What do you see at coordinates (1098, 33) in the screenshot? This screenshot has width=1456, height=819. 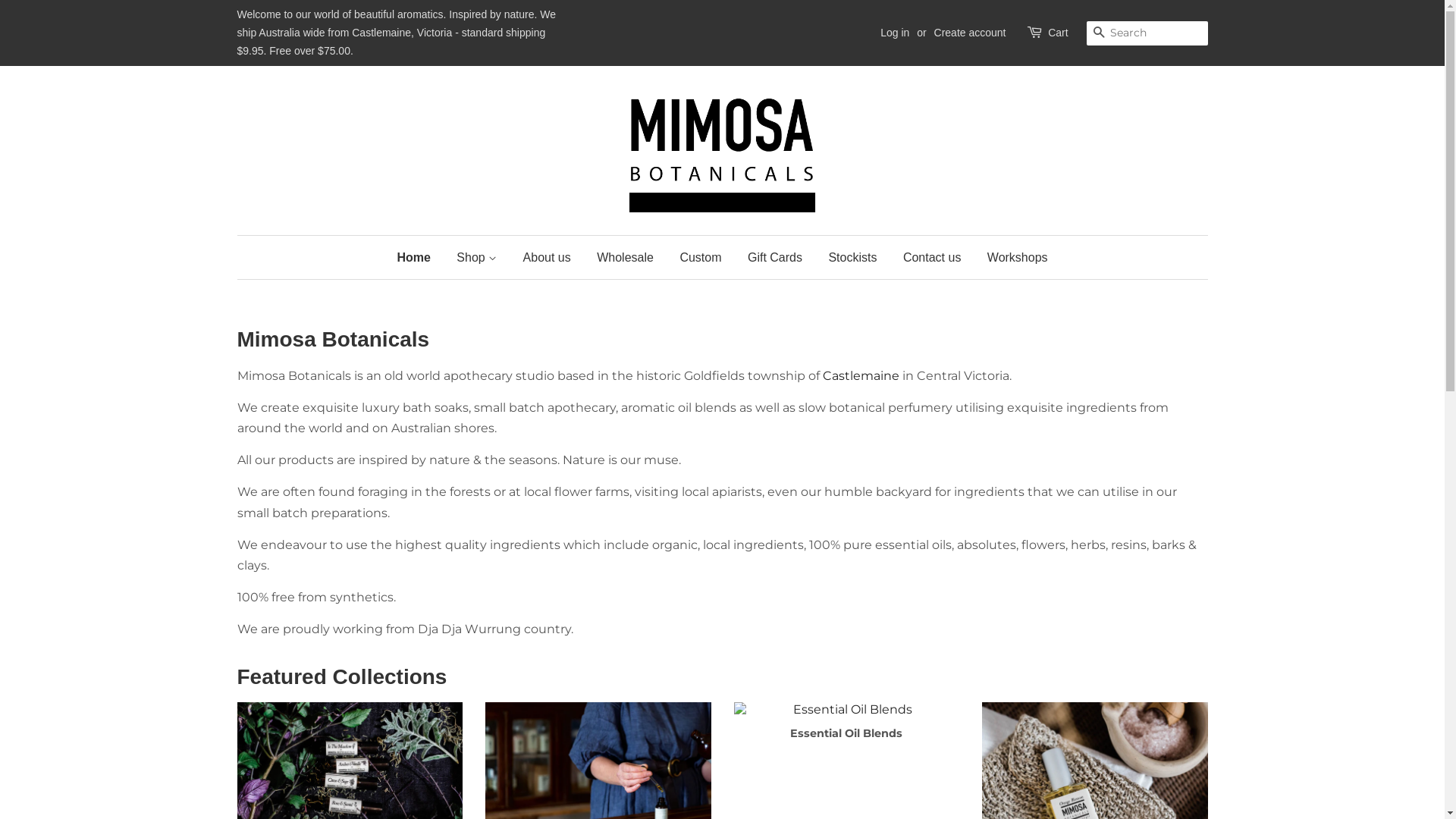 I see `'Search'` at bounding box center [1098, 33].